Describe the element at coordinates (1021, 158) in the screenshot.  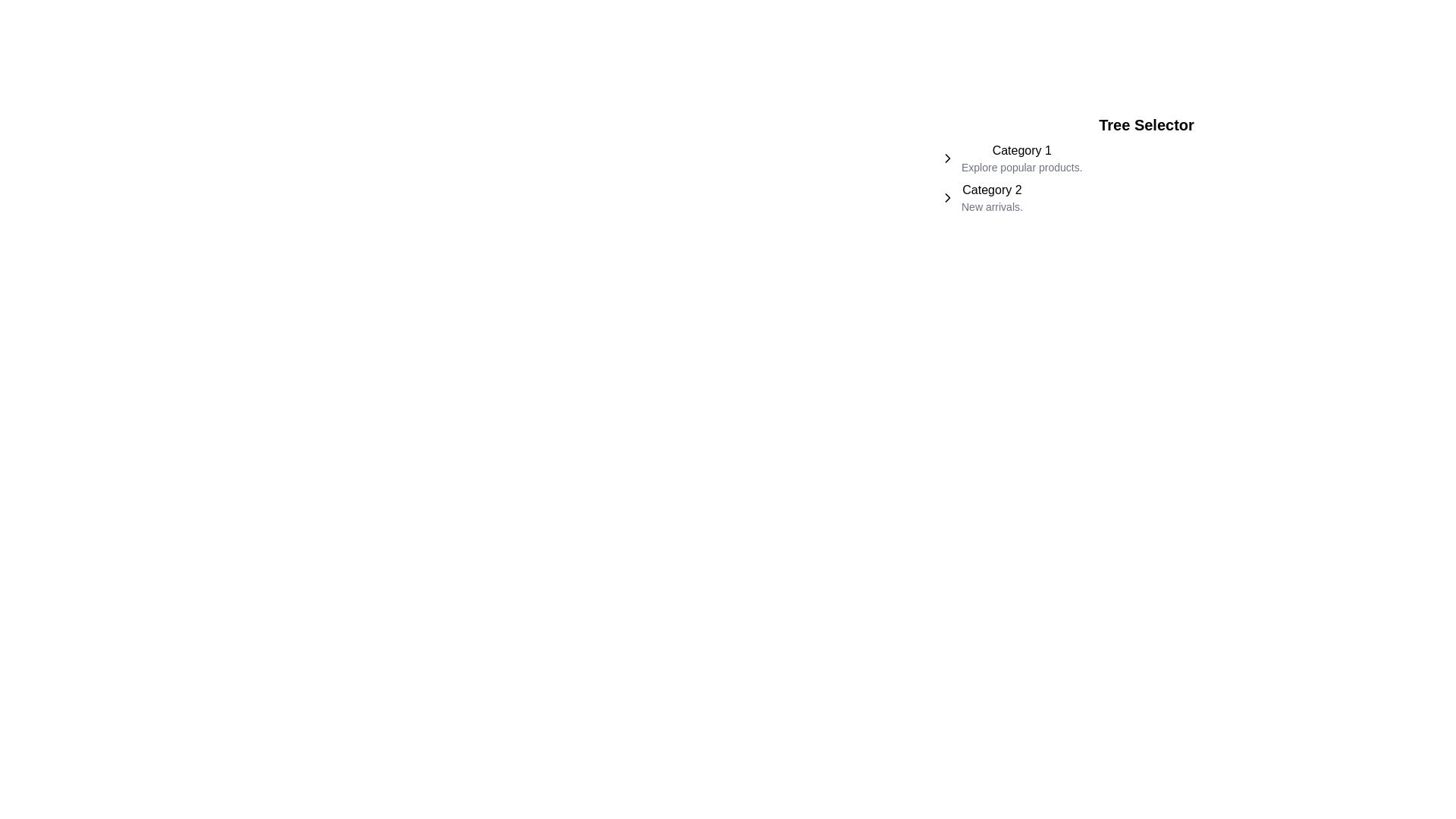
I see `the first list item in the category selection system` at that location.